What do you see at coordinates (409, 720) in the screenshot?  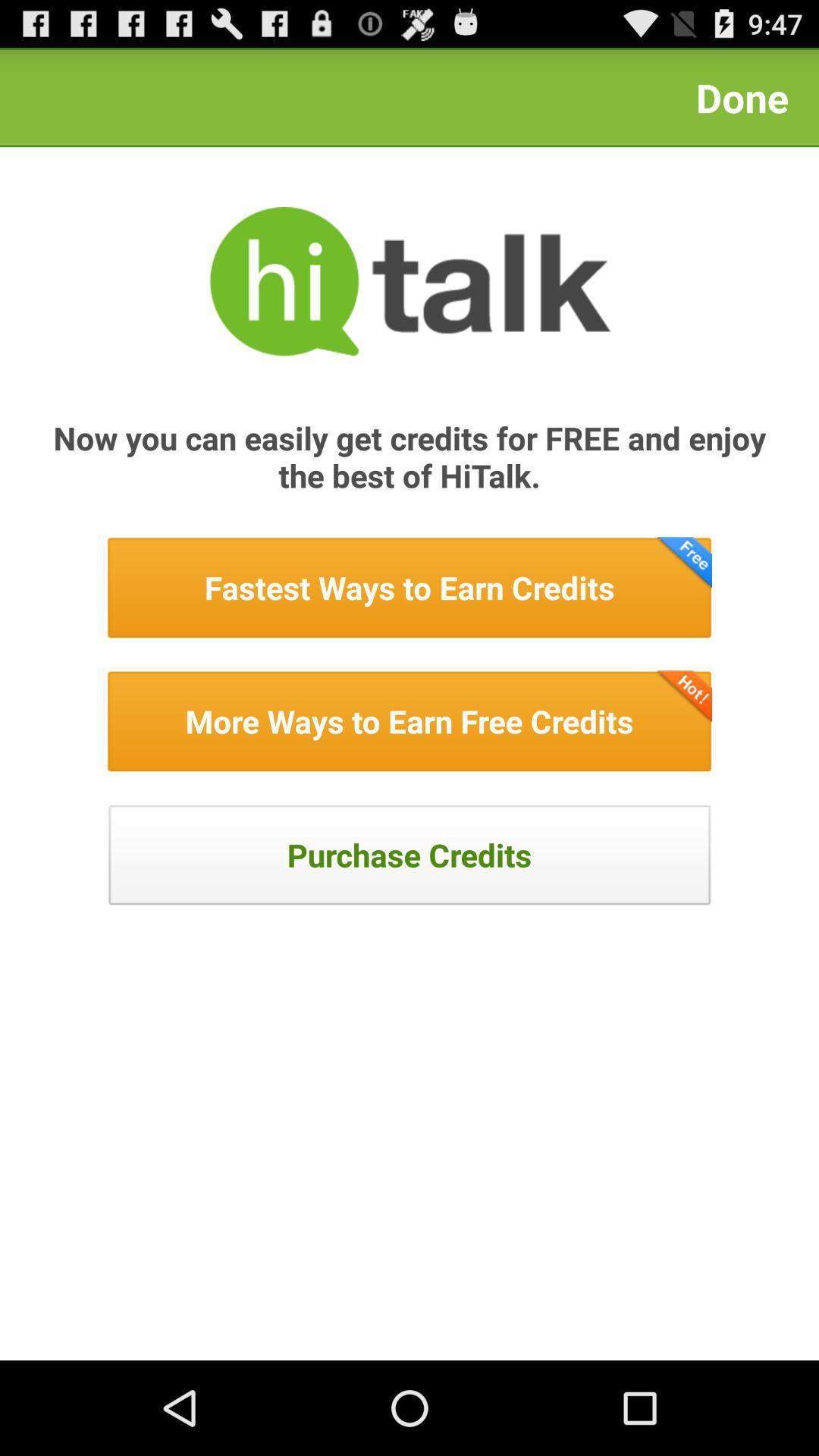 I see `option` at bounding box center [409, 720].